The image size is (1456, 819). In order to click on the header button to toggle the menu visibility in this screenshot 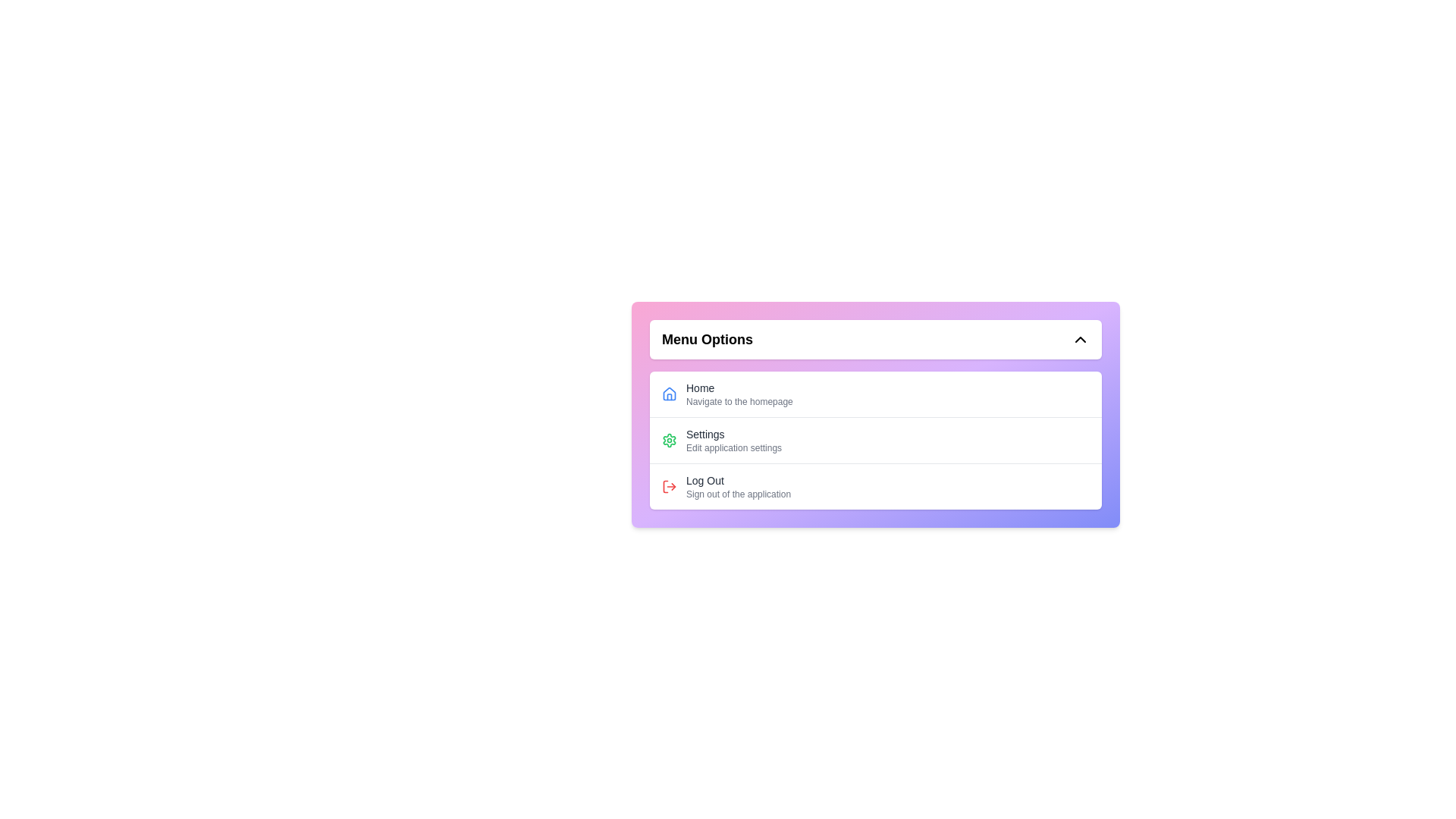, I will do `click(876, 338)`.